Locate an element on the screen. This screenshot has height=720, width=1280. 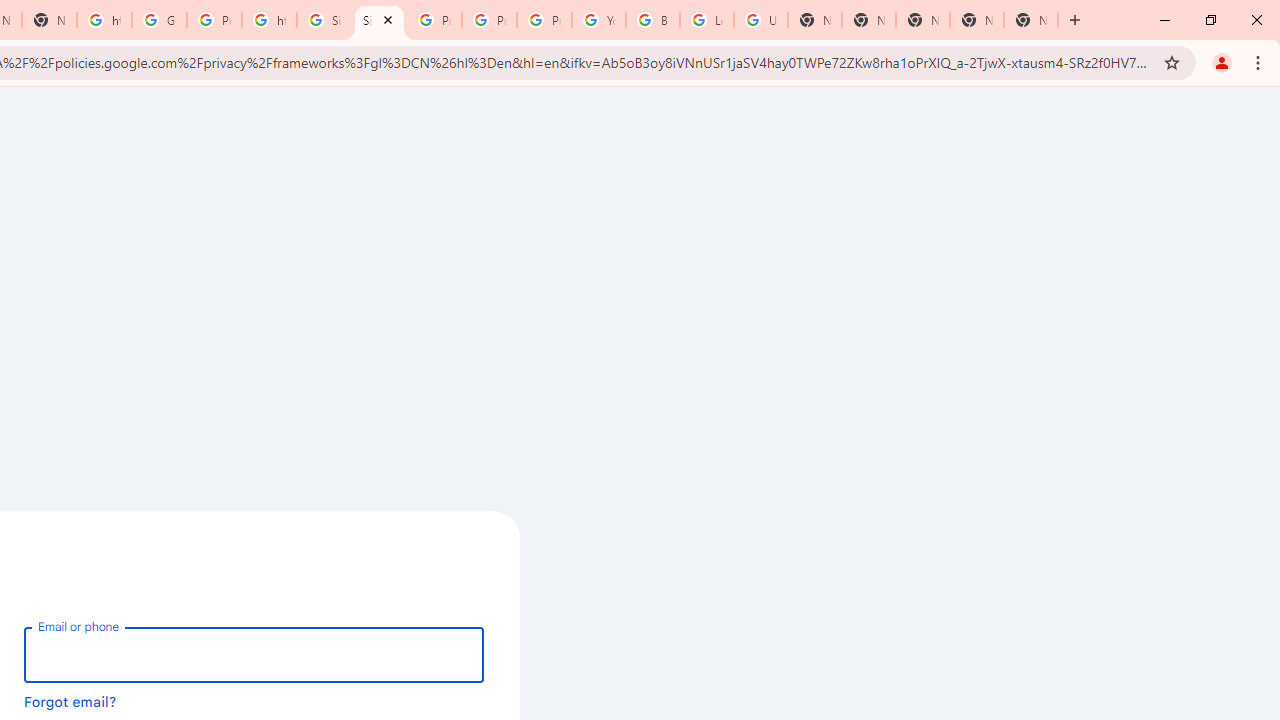
'Forgot email?' is located at coordinates (70, 700).